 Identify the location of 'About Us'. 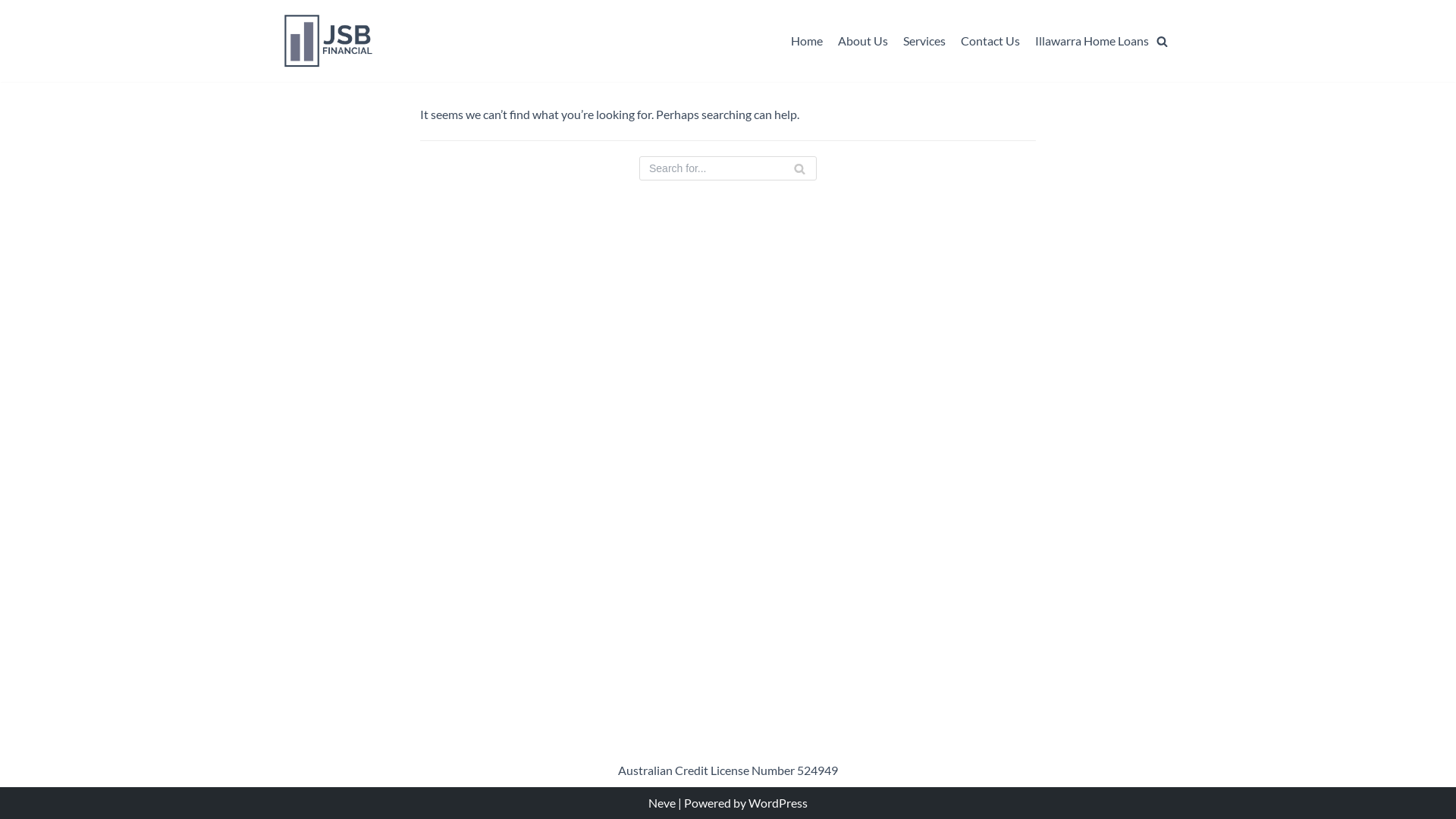
(862, 40).